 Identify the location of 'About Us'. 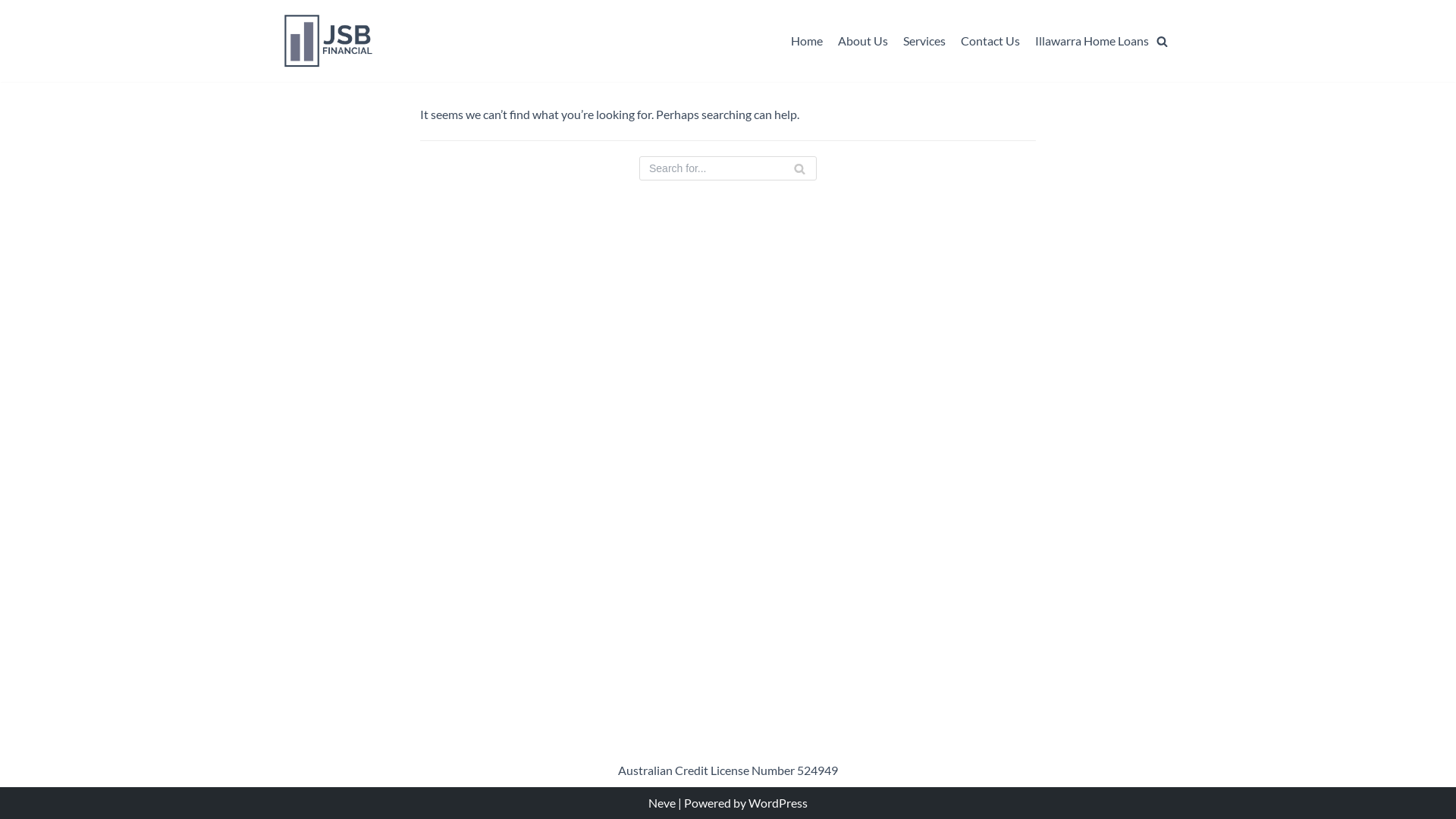
(862, 40).